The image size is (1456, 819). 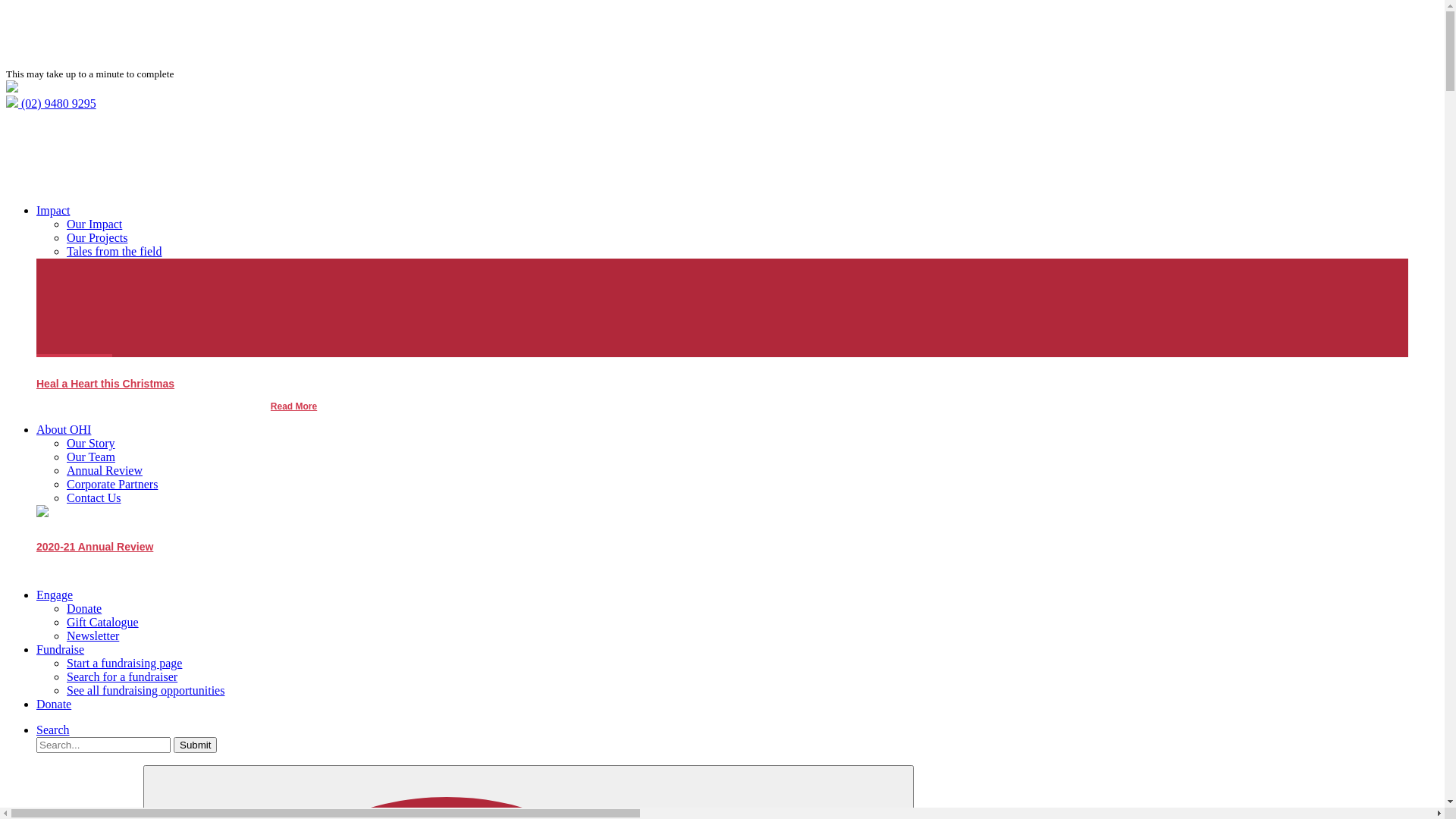 I want to click on 'Open Heart International Homepage', so click(x=6, y=88).